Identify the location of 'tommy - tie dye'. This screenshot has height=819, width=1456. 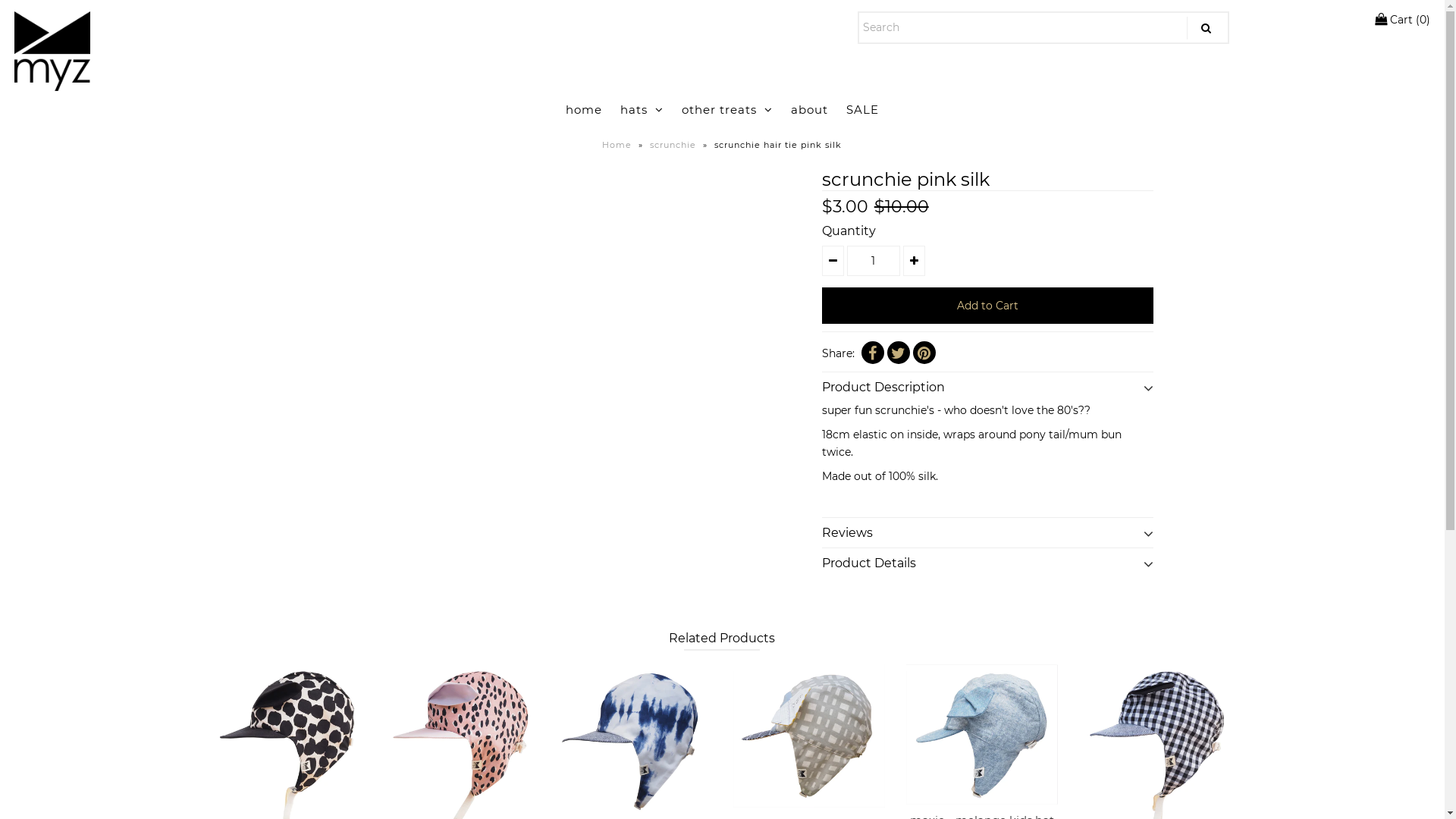
(559, 739).